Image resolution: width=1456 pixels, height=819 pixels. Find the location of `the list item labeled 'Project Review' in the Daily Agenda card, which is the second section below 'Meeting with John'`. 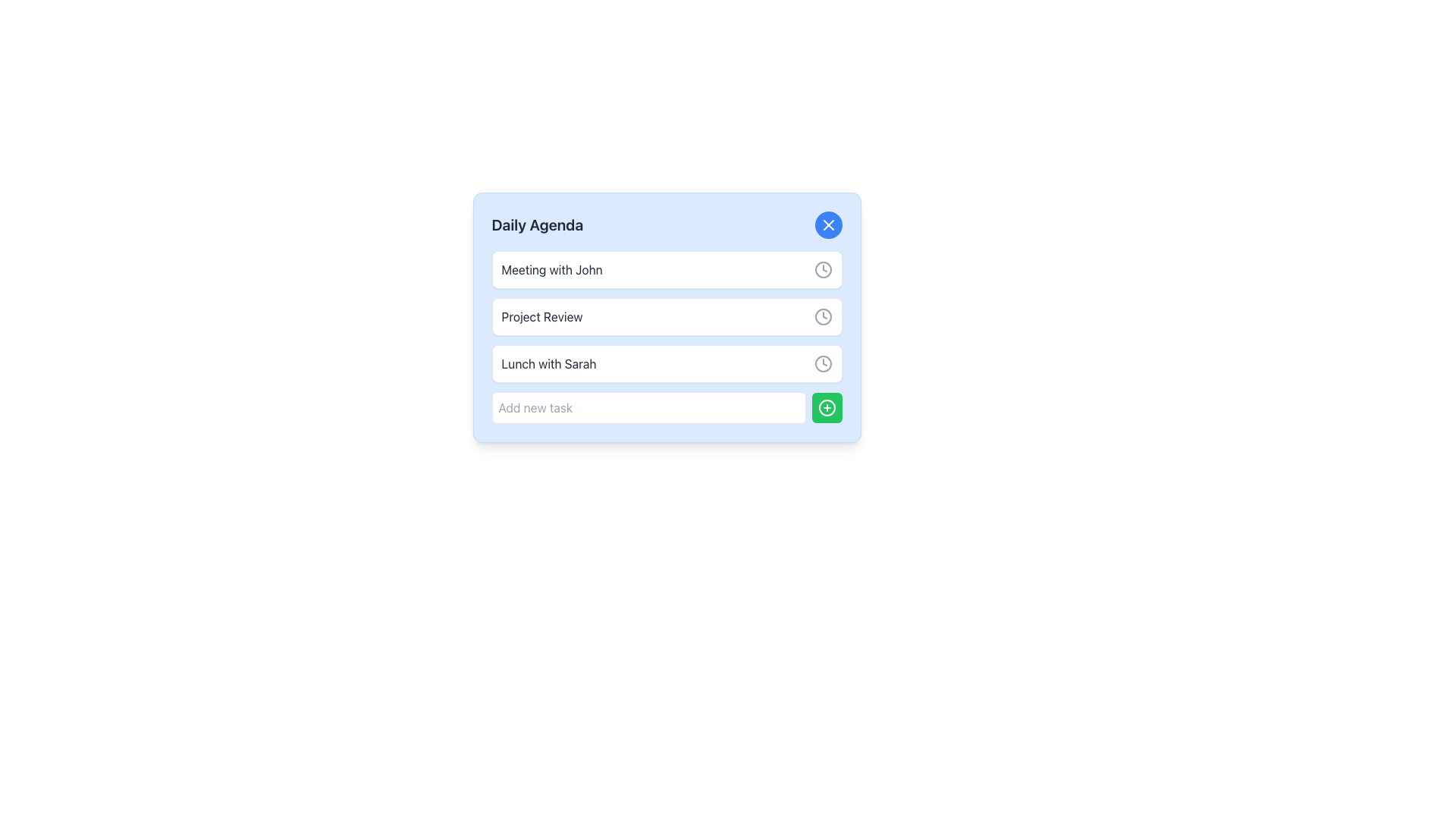

the list item labeled 'Project Review' in the Daily Agenda card, which is the second section below 'Meeting with John' is located at coordinates (667, 336).